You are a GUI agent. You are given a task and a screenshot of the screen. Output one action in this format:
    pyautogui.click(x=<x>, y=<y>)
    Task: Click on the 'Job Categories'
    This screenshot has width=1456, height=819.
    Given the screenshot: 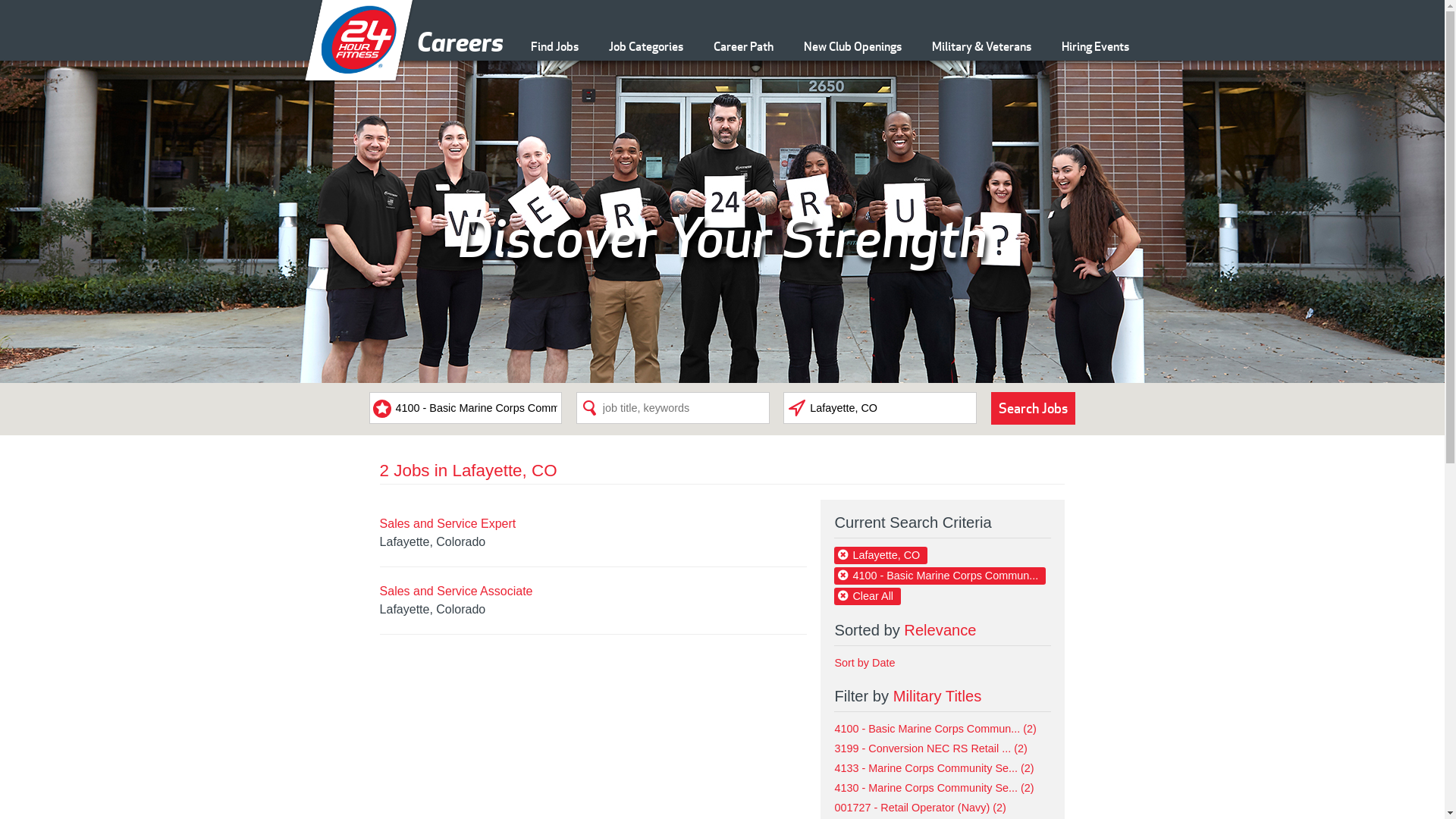 What is the action you would take?
    pyautogui.click(x=645, y=42)
    